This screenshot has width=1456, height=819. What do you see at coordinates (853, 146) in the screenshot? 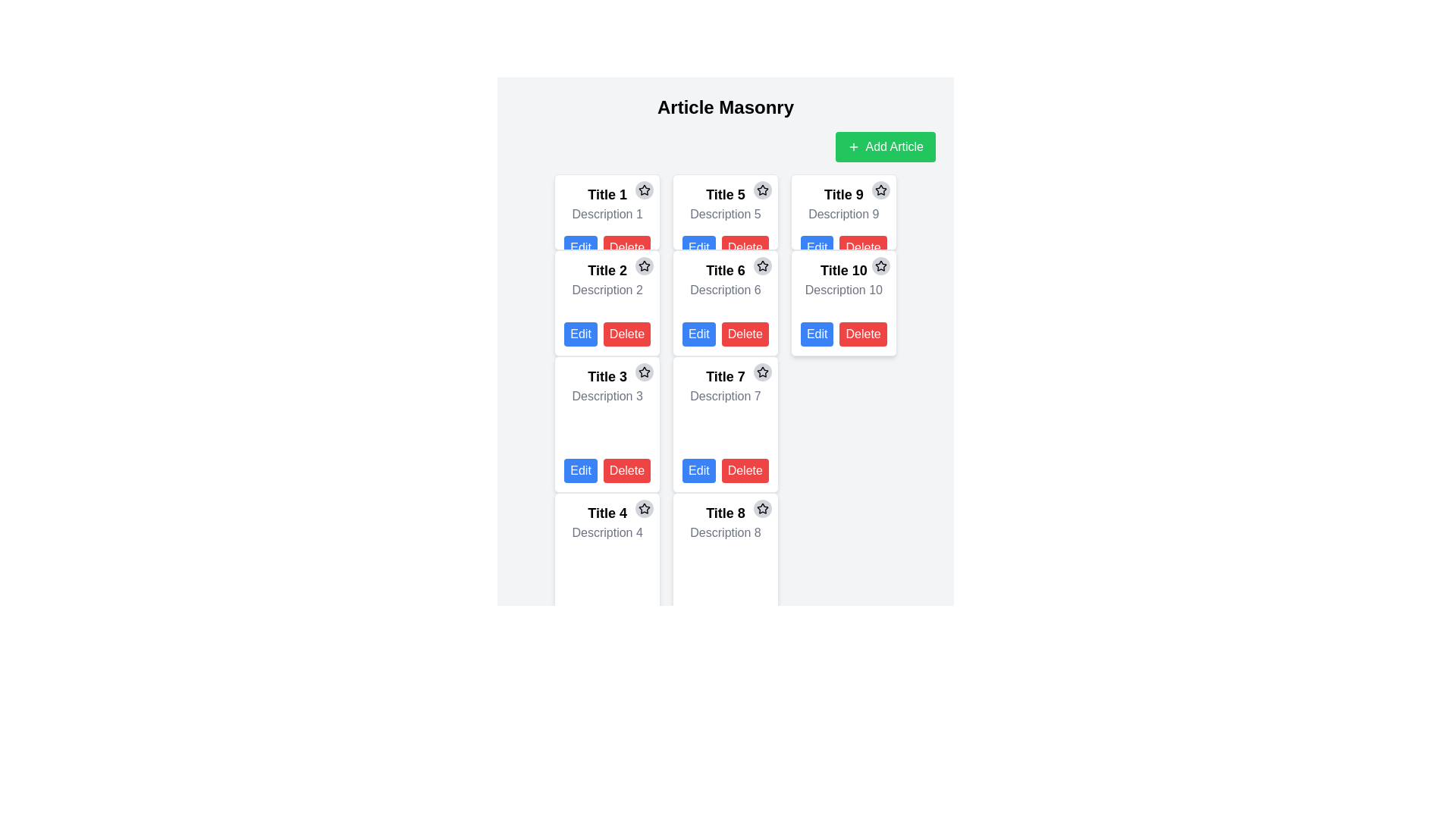
I see `the 'Add Article' icon located within the button in the upper-right corner next to the title 'Article Masonry'` at bounding box center [853, 146].